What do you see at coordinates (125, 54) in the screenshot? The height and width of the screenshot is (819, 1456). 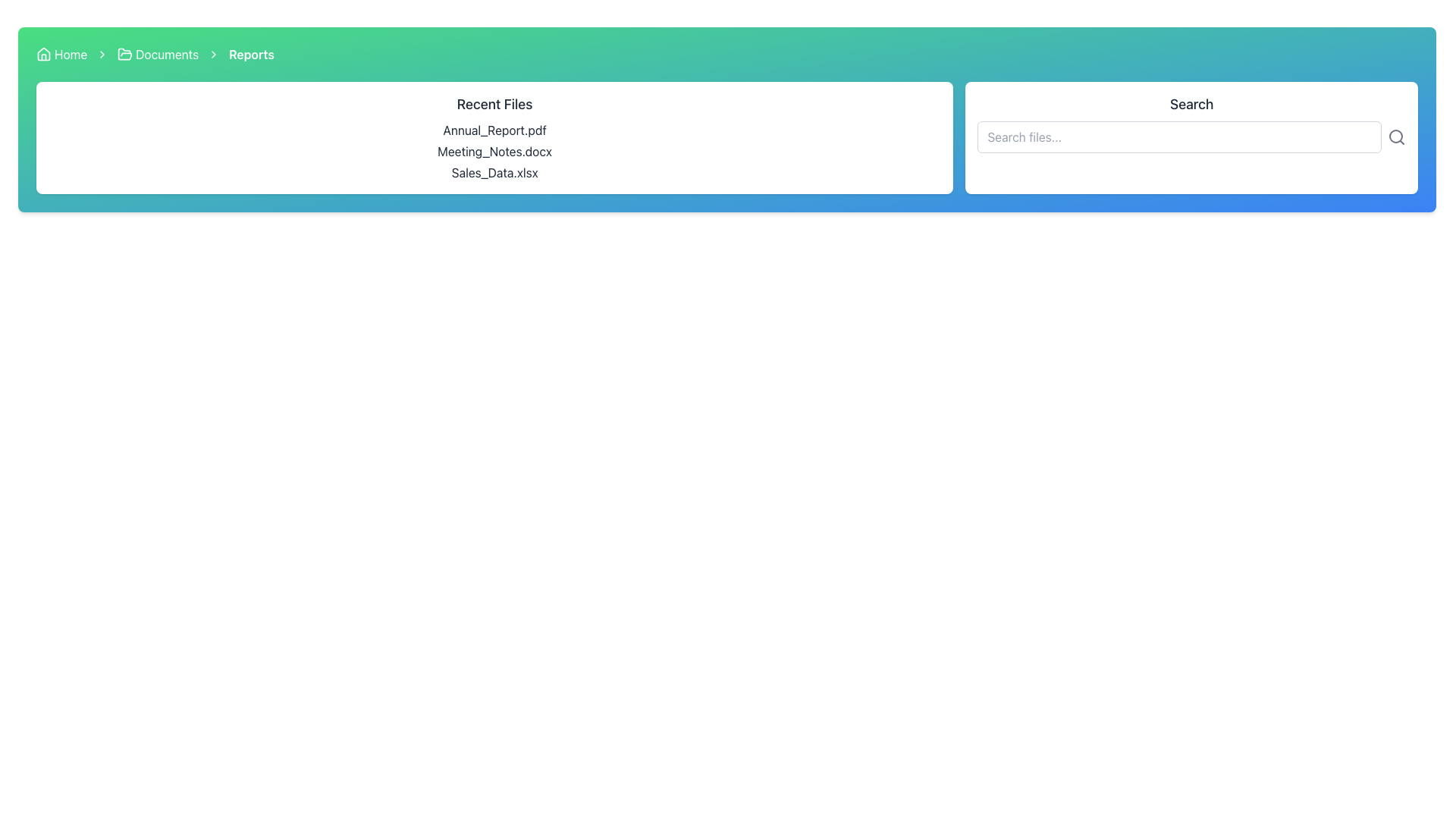 I see `the open folder icon located to the left of the 'Documents' text link in the breadcrumb navigation bar` at bounding box center [125, 54].